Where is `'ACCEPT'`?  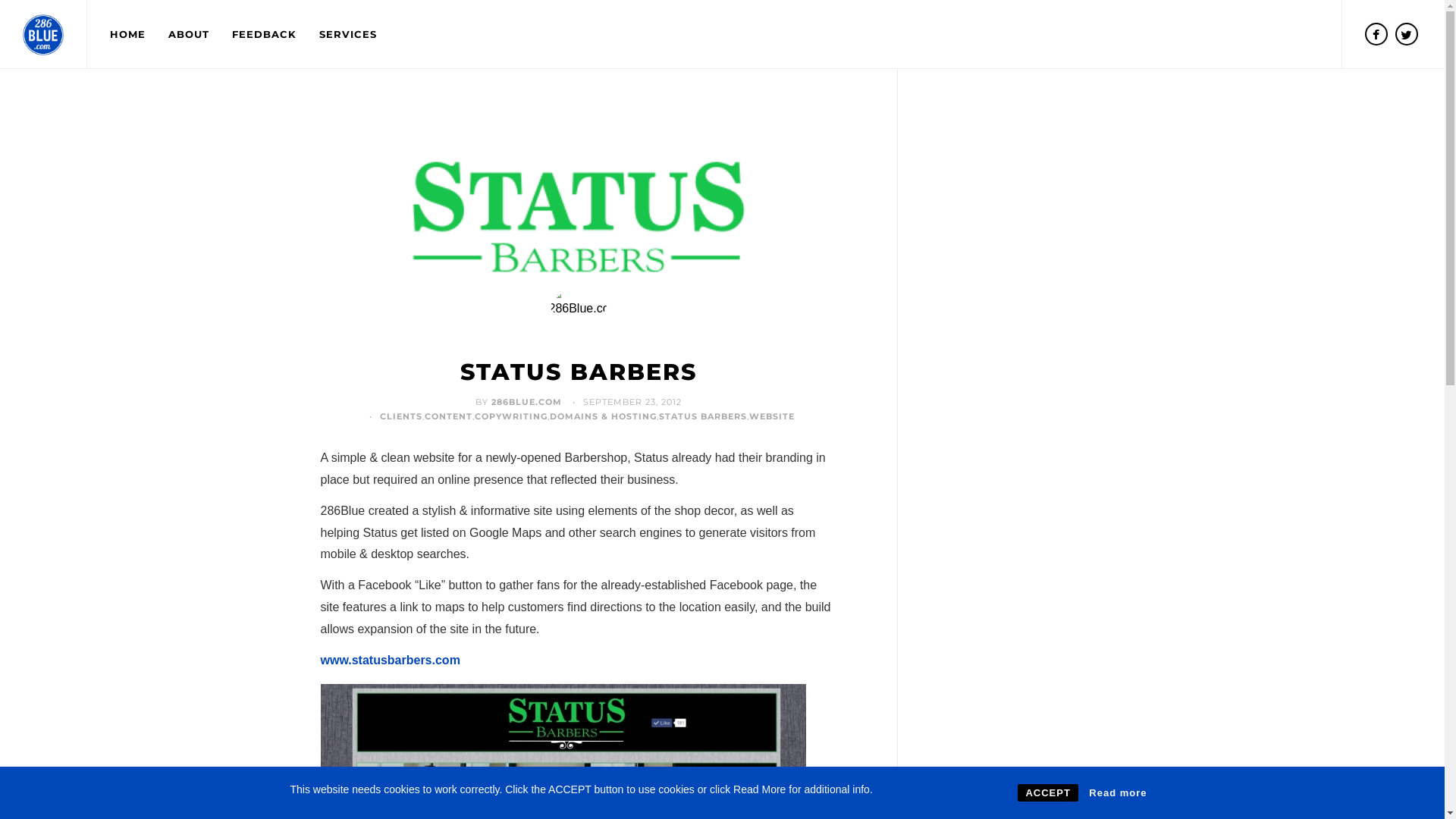
'ACCEPT' is located at coordinates (1018, 792).